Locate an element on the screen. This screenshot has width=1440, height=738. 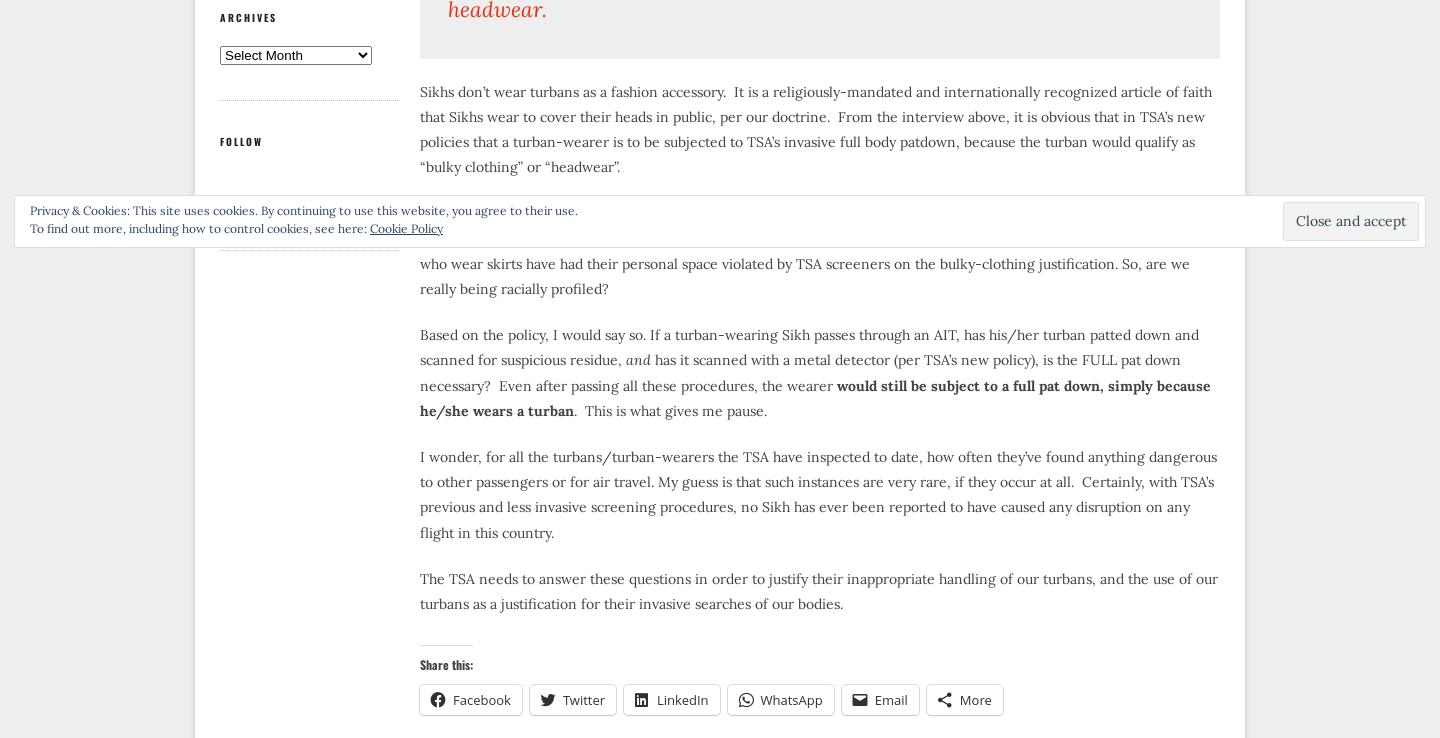
'To find out more, including how to control cookies, see here:' is located at coordinates (200, 227).